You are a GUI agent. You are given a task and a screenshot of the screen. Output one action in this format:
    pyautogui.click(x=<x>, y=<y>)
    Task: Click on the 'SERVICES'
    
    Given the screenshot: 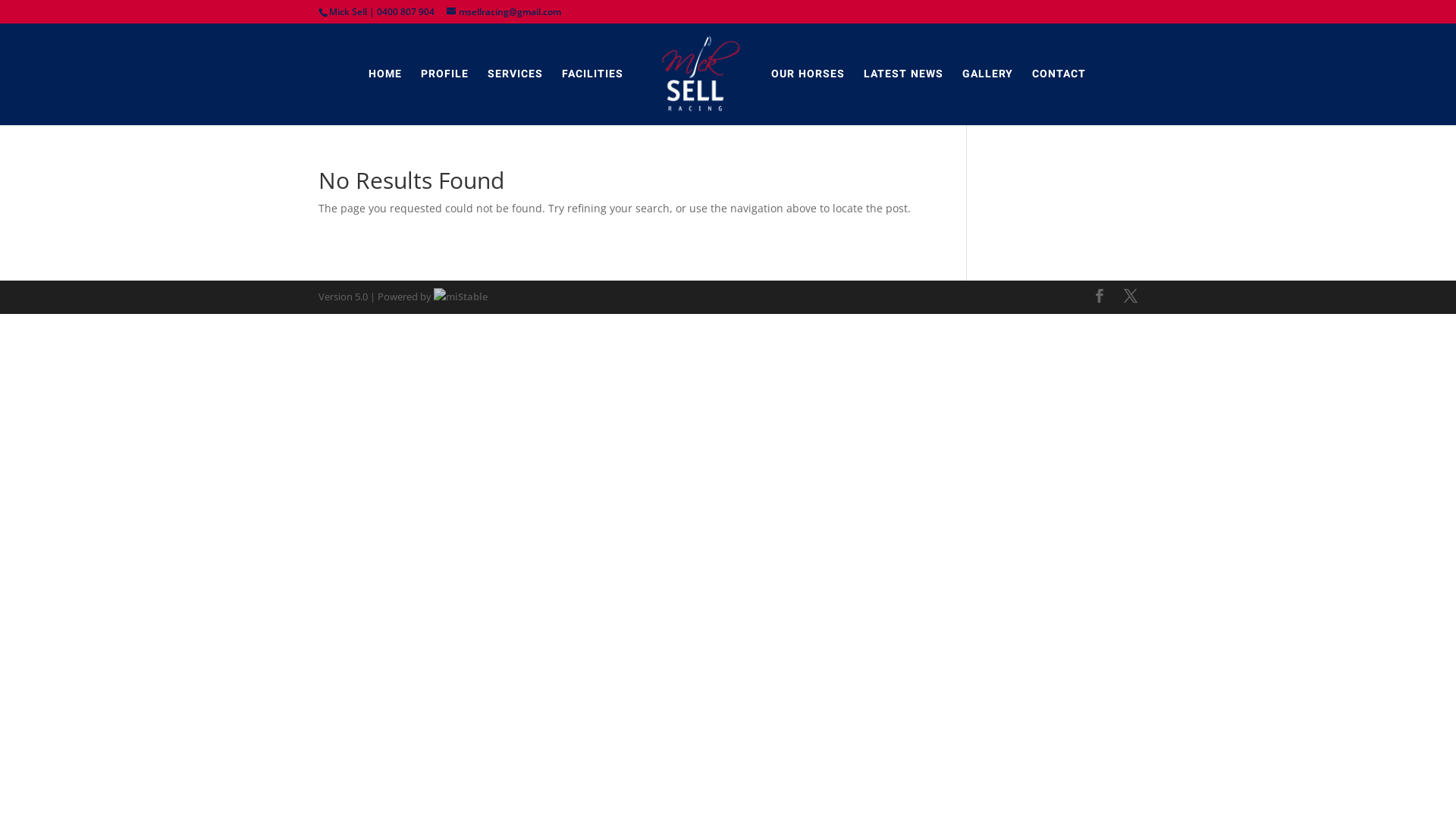 What is the action you would take?
    pyautogui.click(x=515, y=74)
    